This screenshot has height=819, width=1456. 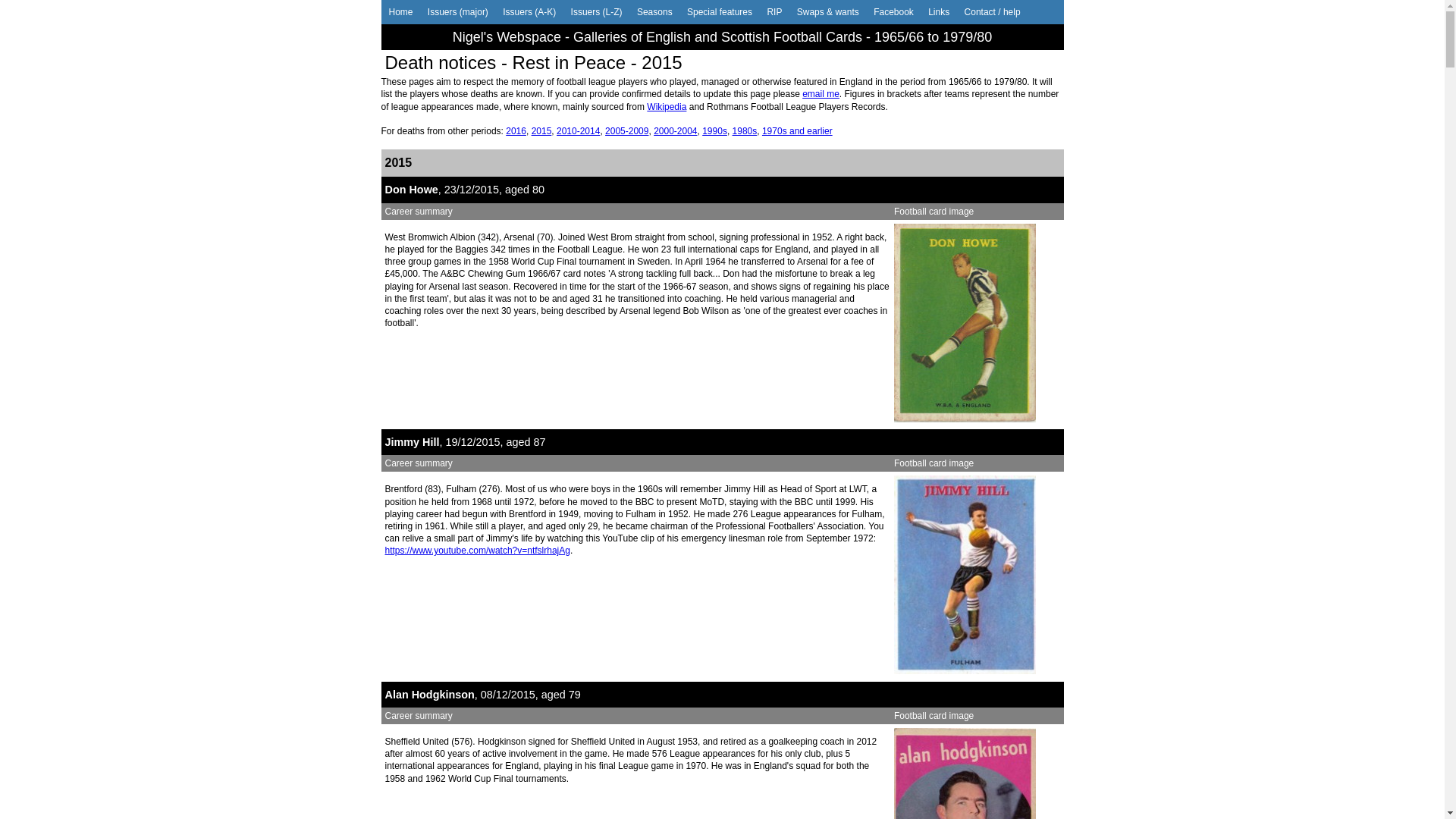 I want to click on 'Links', so click(x=938, y=11).